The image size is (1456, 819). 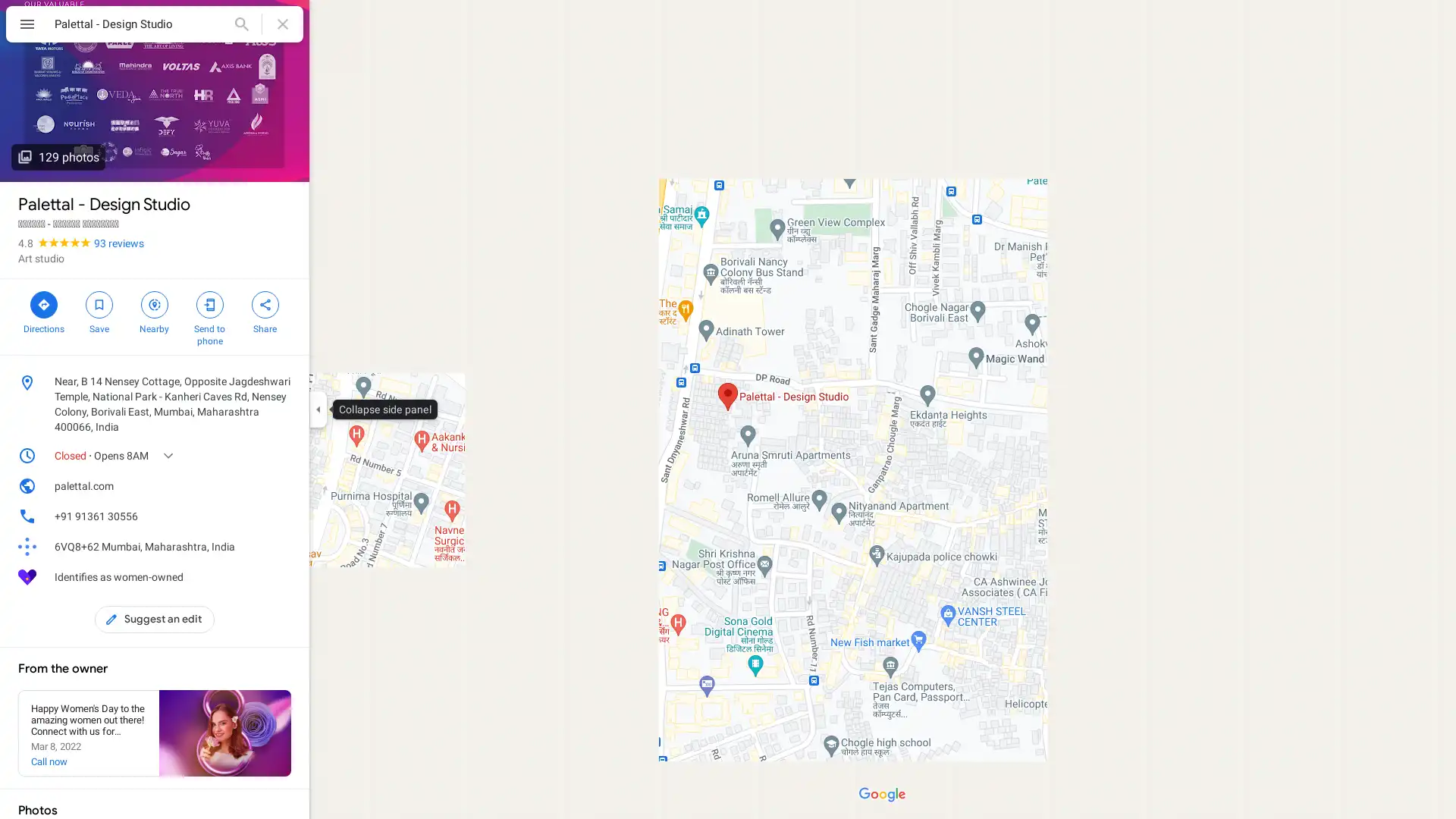 I want to click on Suggest an edit, so click(x=155, y=620).